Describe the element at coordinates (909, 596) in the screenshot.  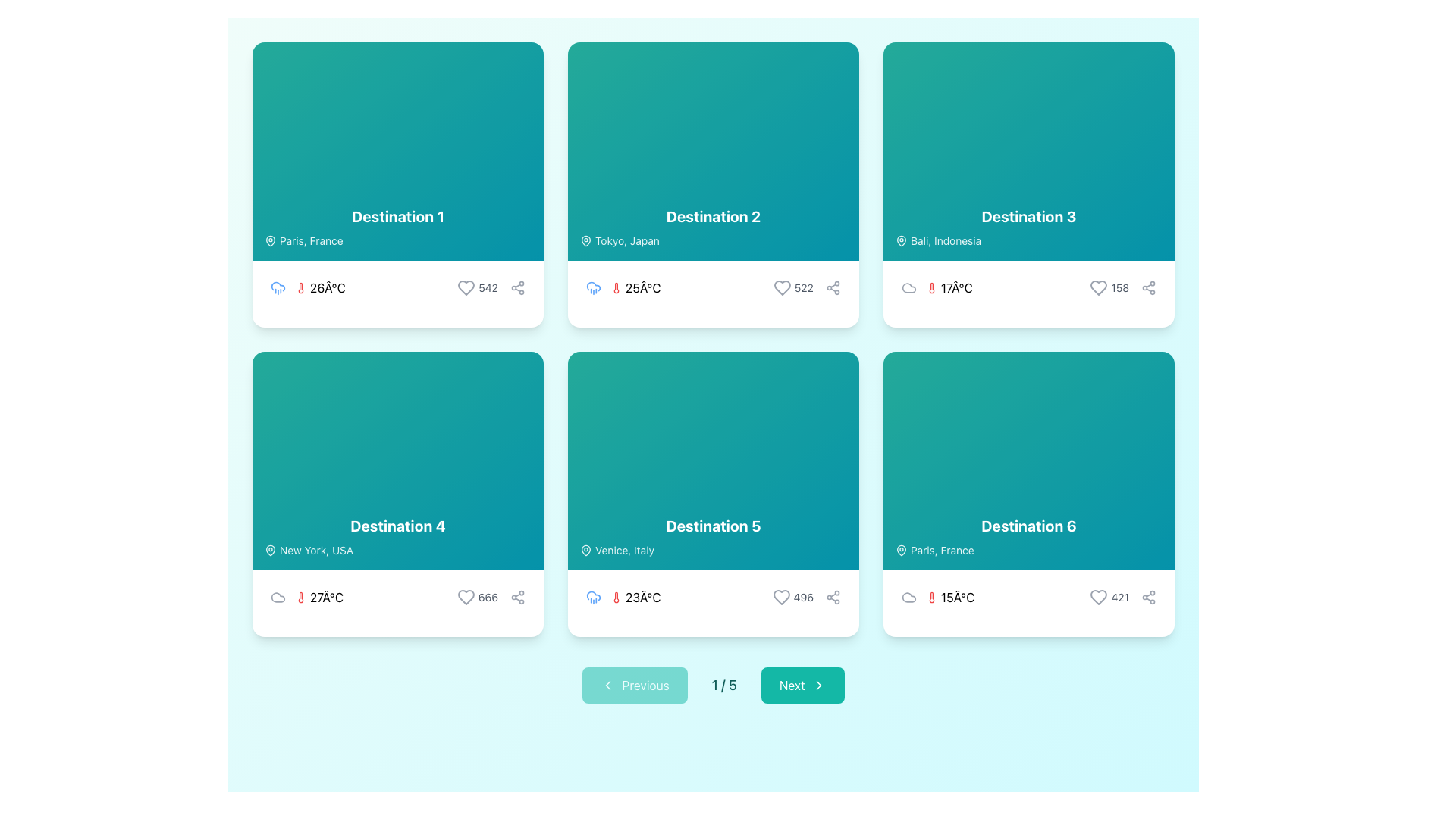
I see `the cloud icon in the footer section of the card labeled 'Destination 6', which is located to the left of the temperature data '15°C'` at that location.